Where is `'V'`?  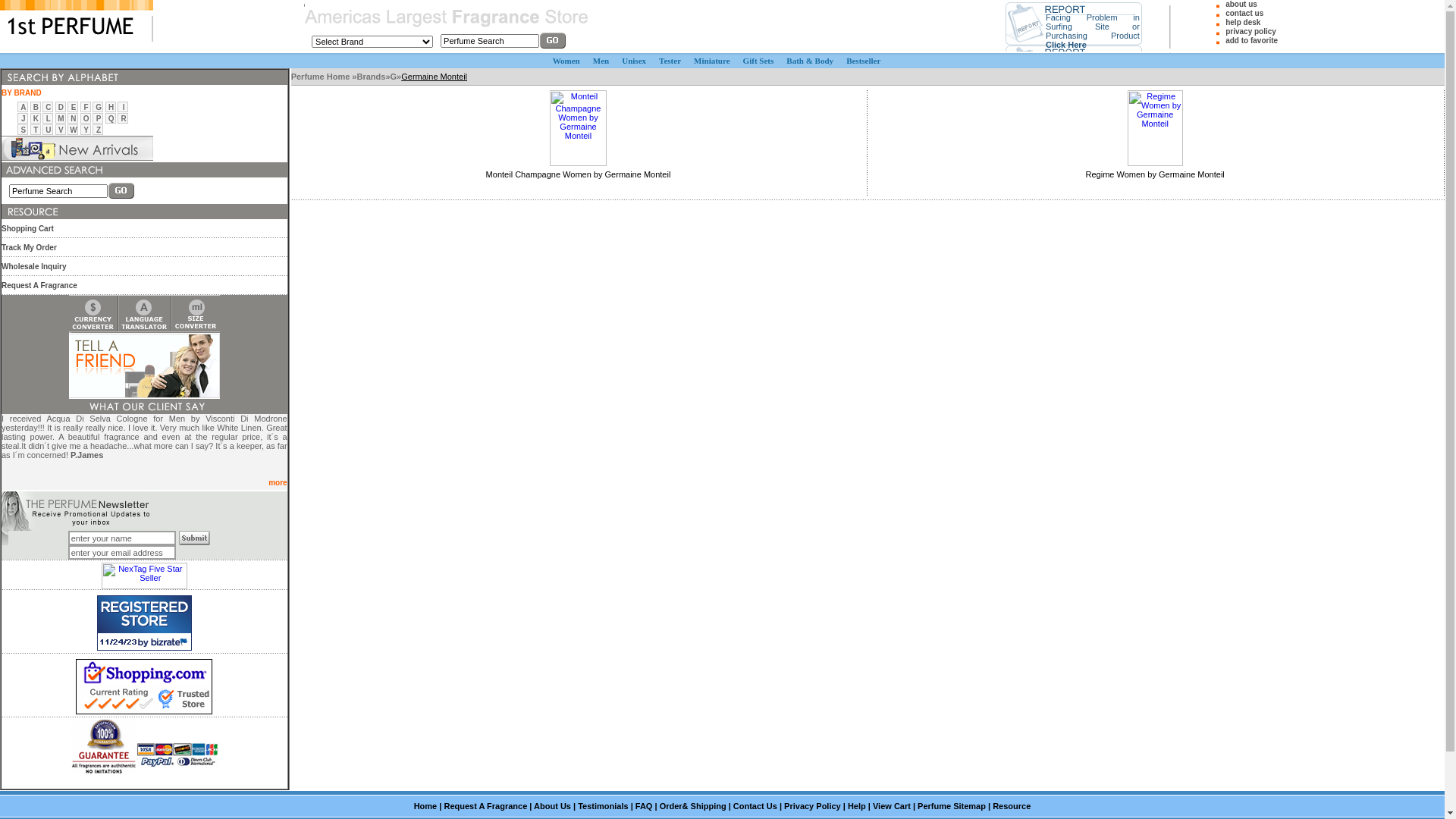
'V' is located at coordinates (58, 129).